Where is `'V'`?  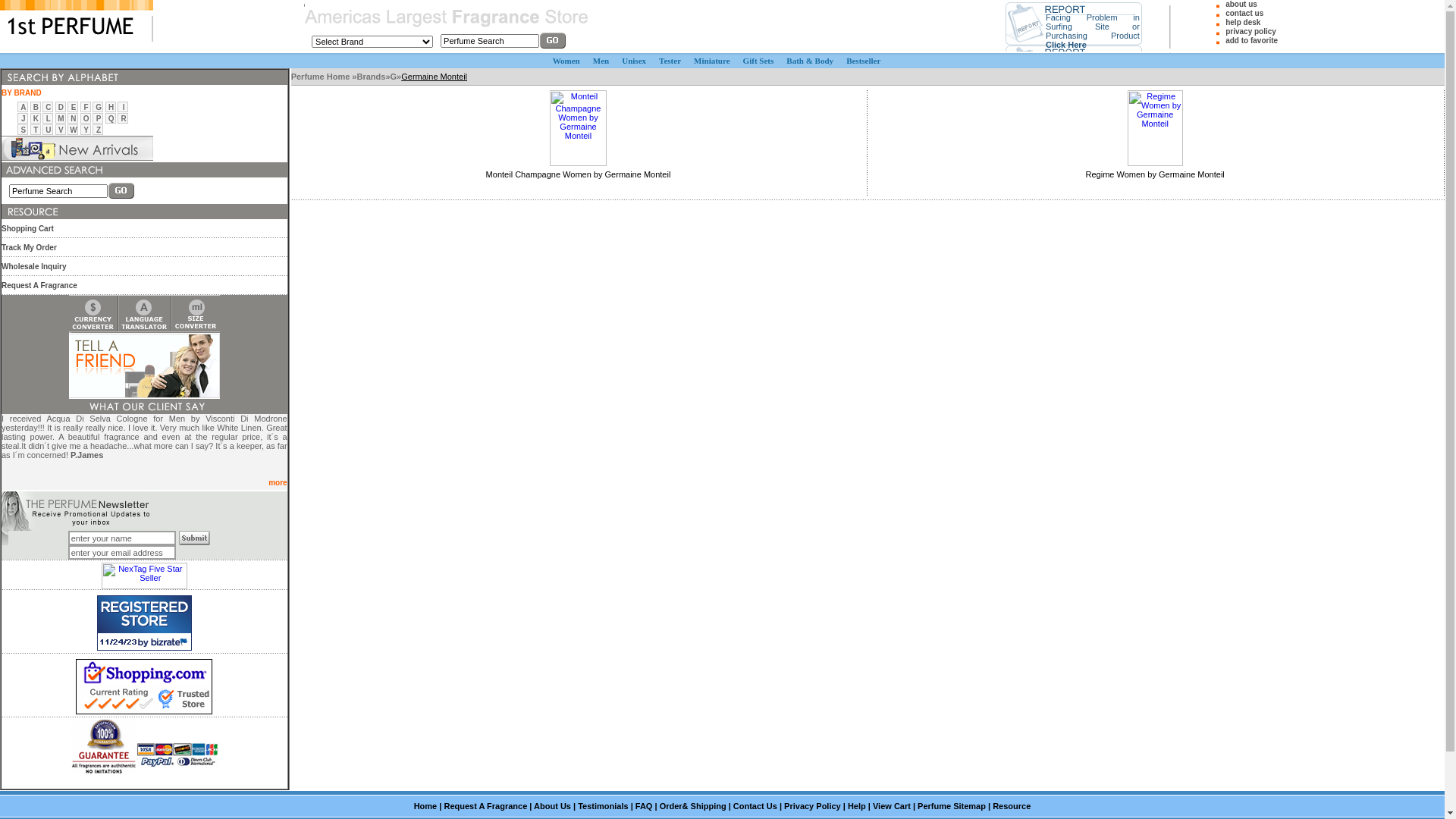
'V' is located at coordinates (58, 129).